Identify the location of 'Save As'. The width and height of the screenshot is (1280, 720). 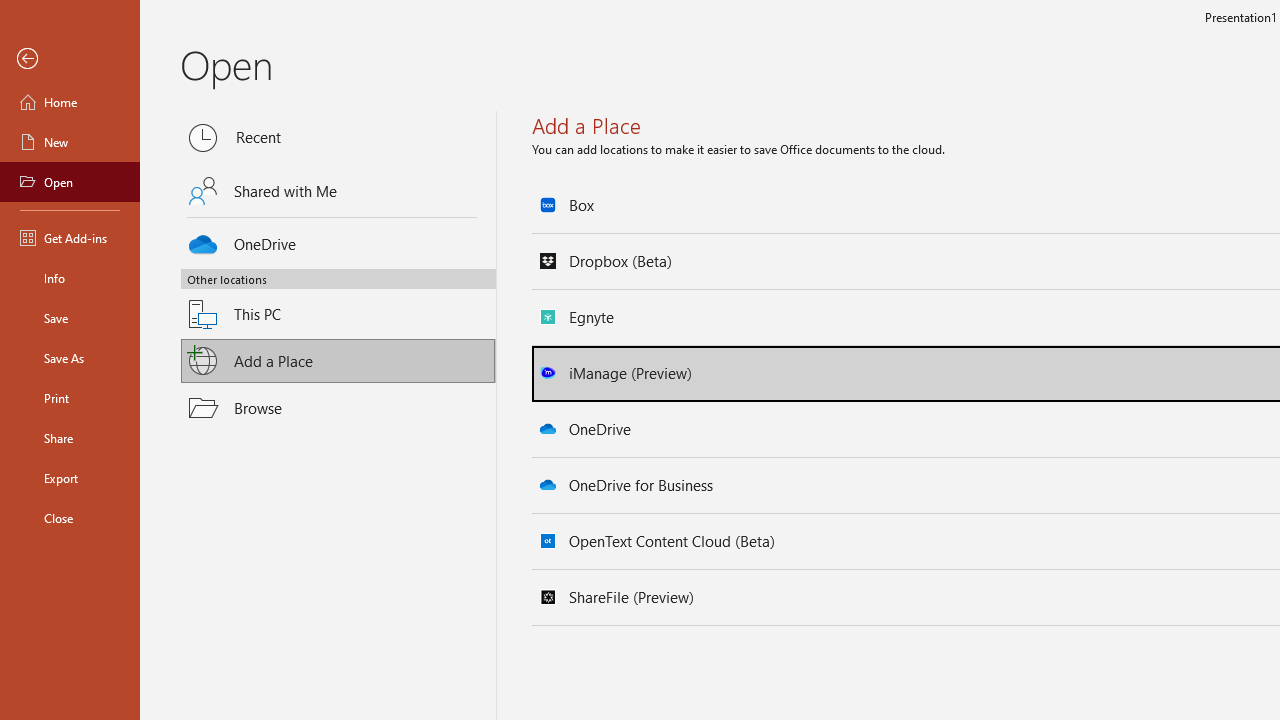
(69, 356).